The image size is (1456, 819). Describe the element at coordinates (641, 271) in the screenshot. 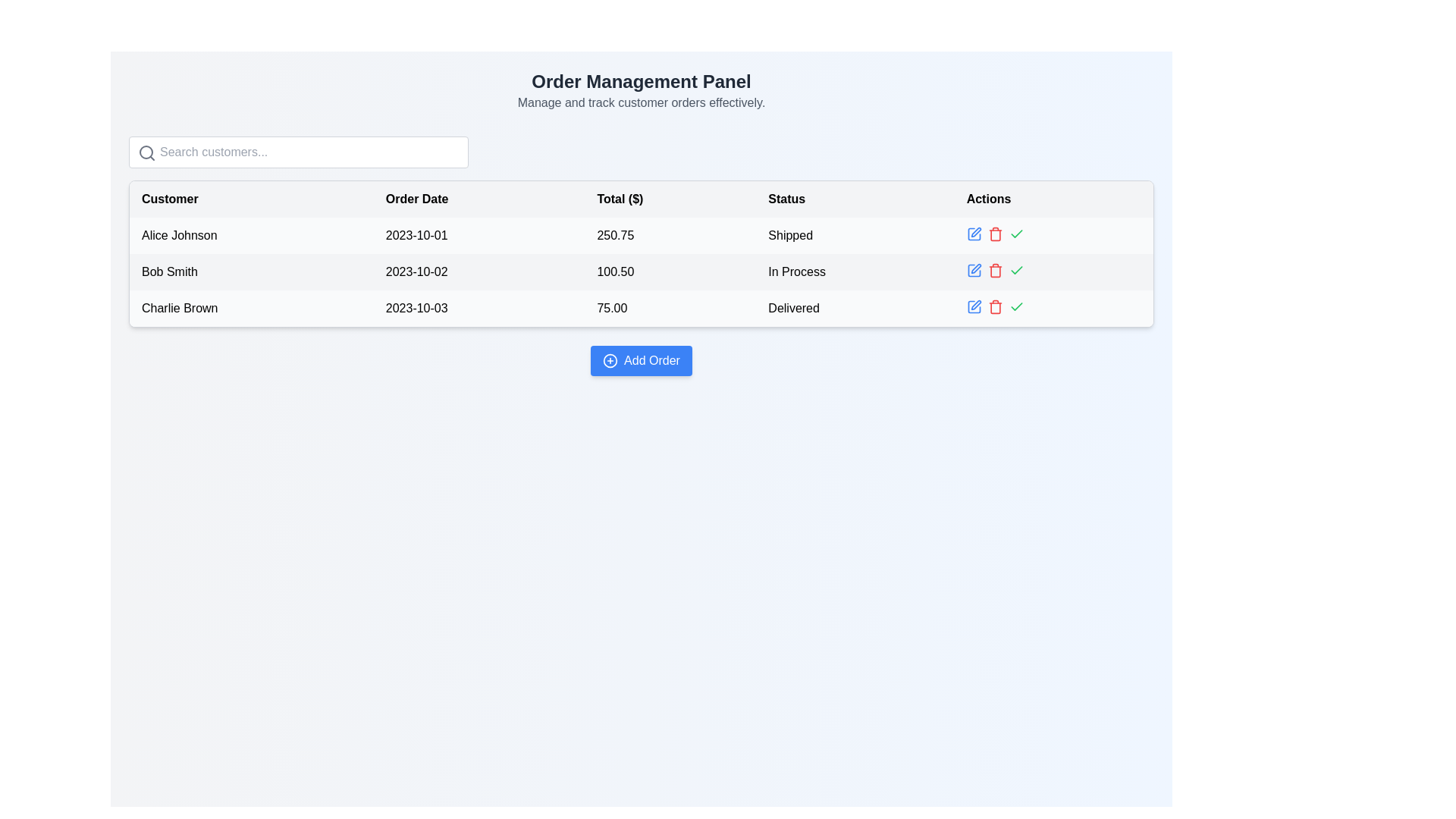

I see `the data row in the table that provides detailed information about a specific customer's order, located between the rows for 'Alice Johnson' and 'Charlie Brown'` at that location.